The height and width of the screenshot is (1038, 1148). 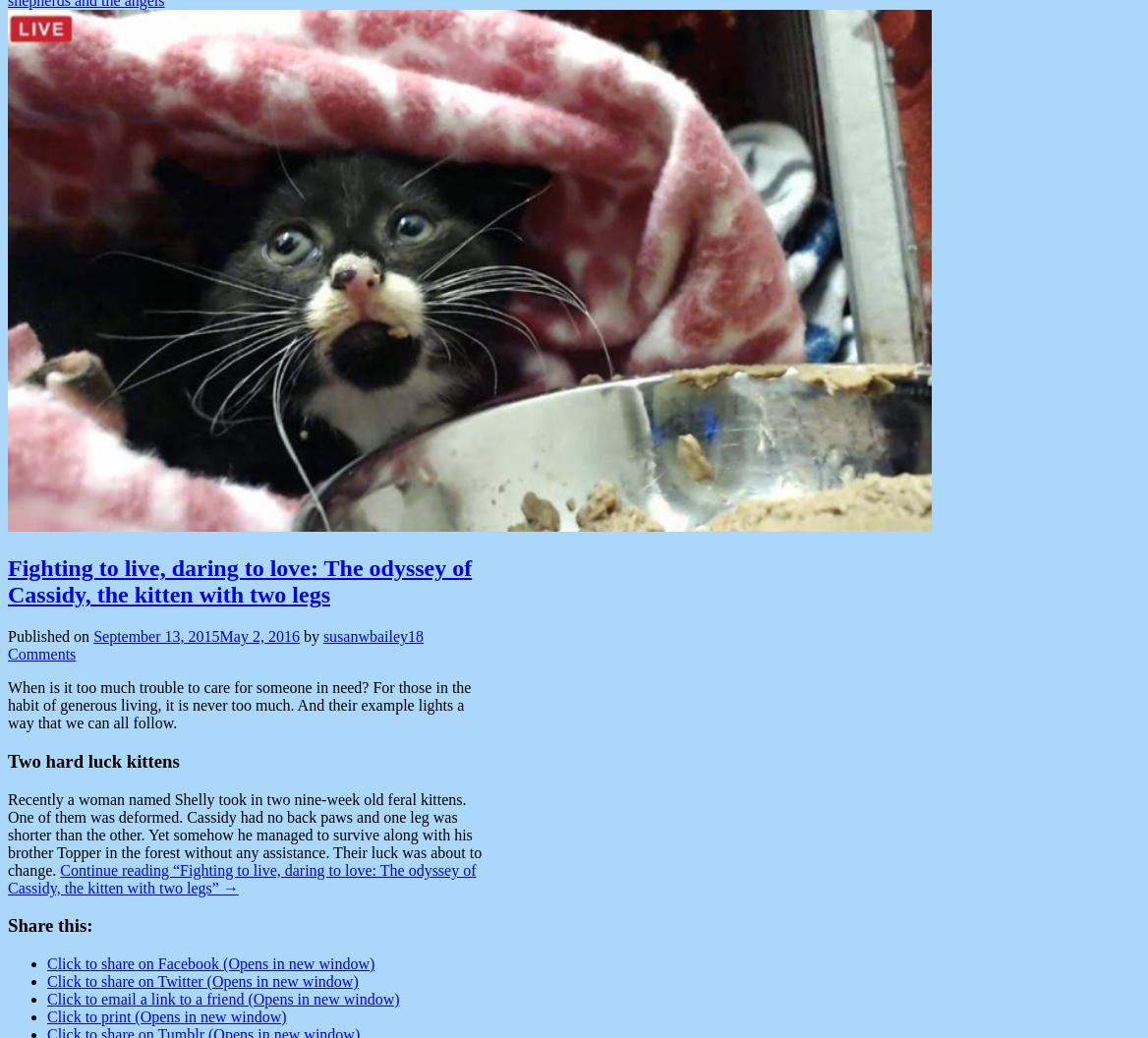 What do you see at coordinates (155, 635) in the screenshot?
I see `'September 13, 2015'` at bounding box center [155, 635].